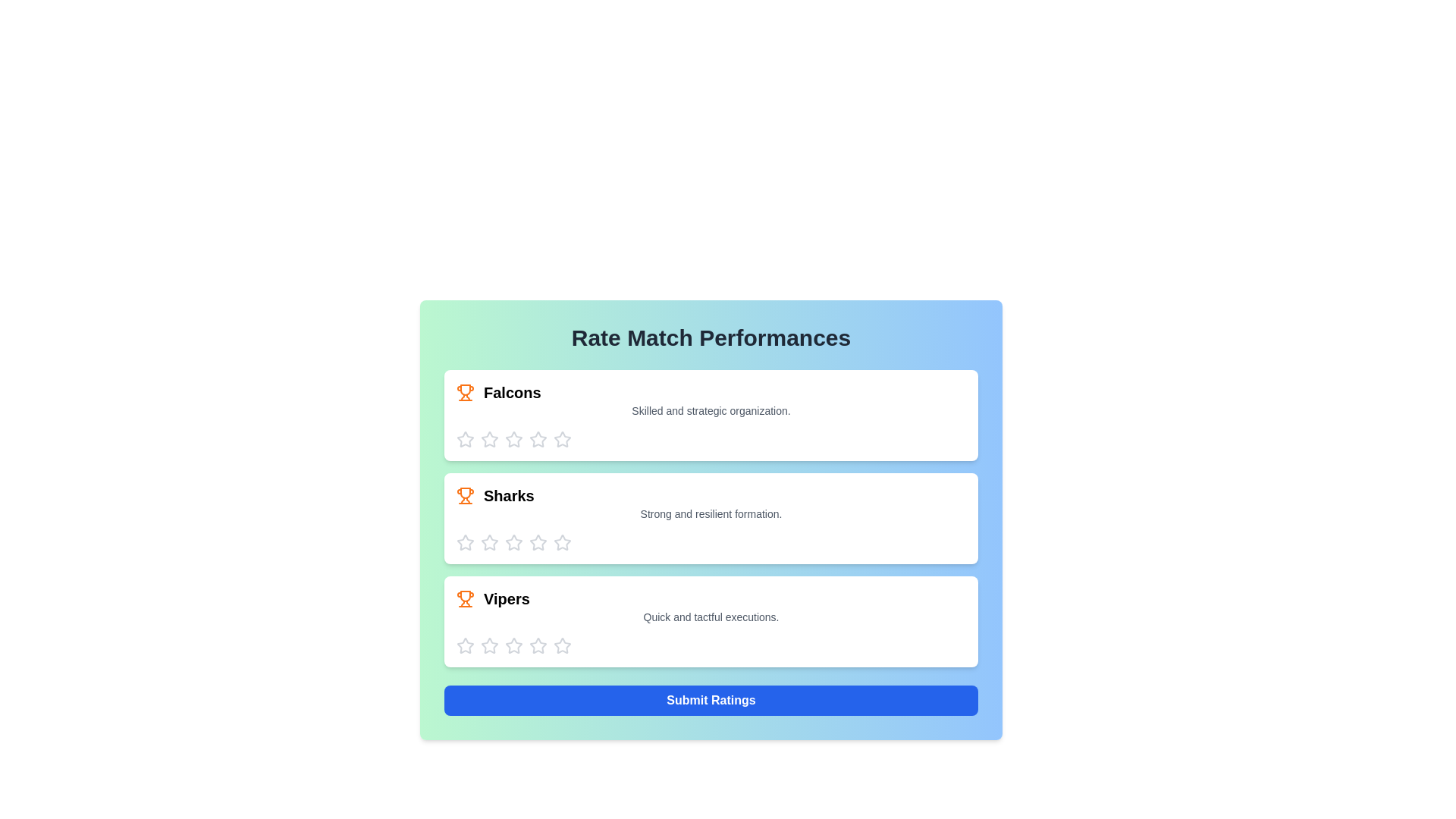 The width and height of the screenshot is (1456, 819). What do you see at coordinates (513, 439) in the screenshot?
I see `the Falcons team's 3 star to set the rating` at bounding box center [513, 439].